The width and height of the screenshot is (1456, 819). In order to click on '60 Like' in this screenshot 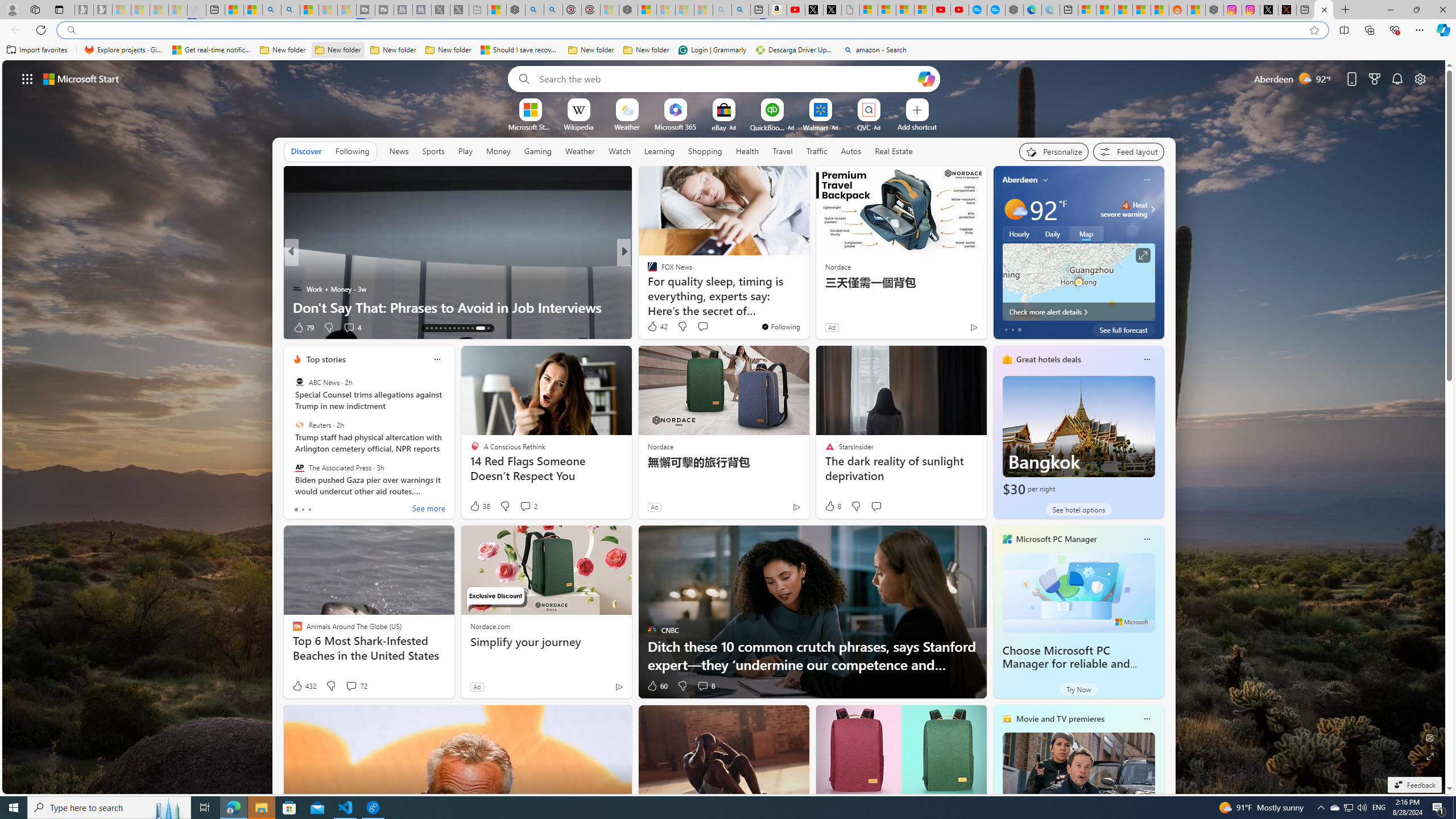, I will do `click(656, 686)`.